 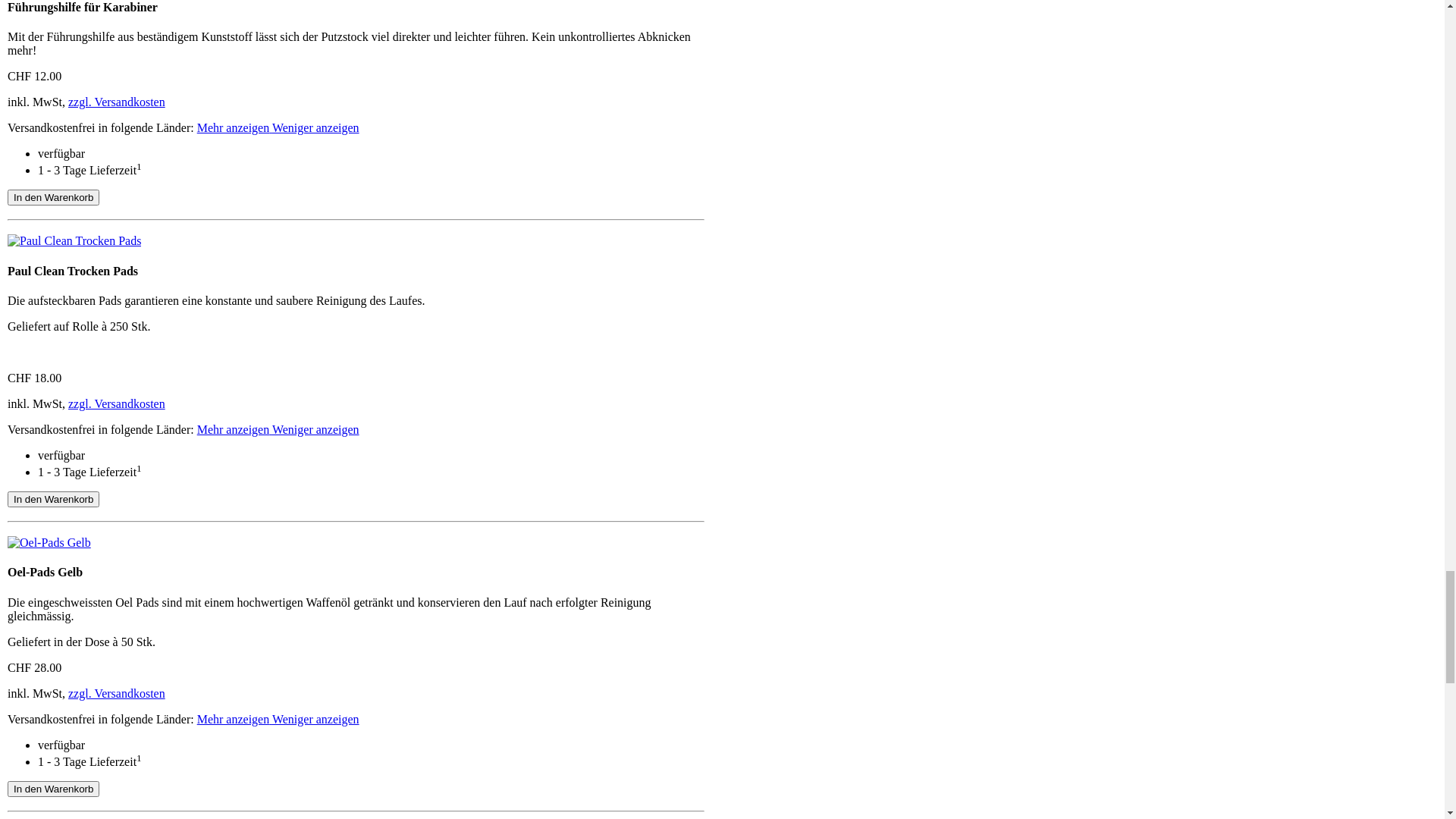 What do you see at coordinates (30, 46) in the screenshot?
I see `'Shop'` at bounding box center [30, 46].